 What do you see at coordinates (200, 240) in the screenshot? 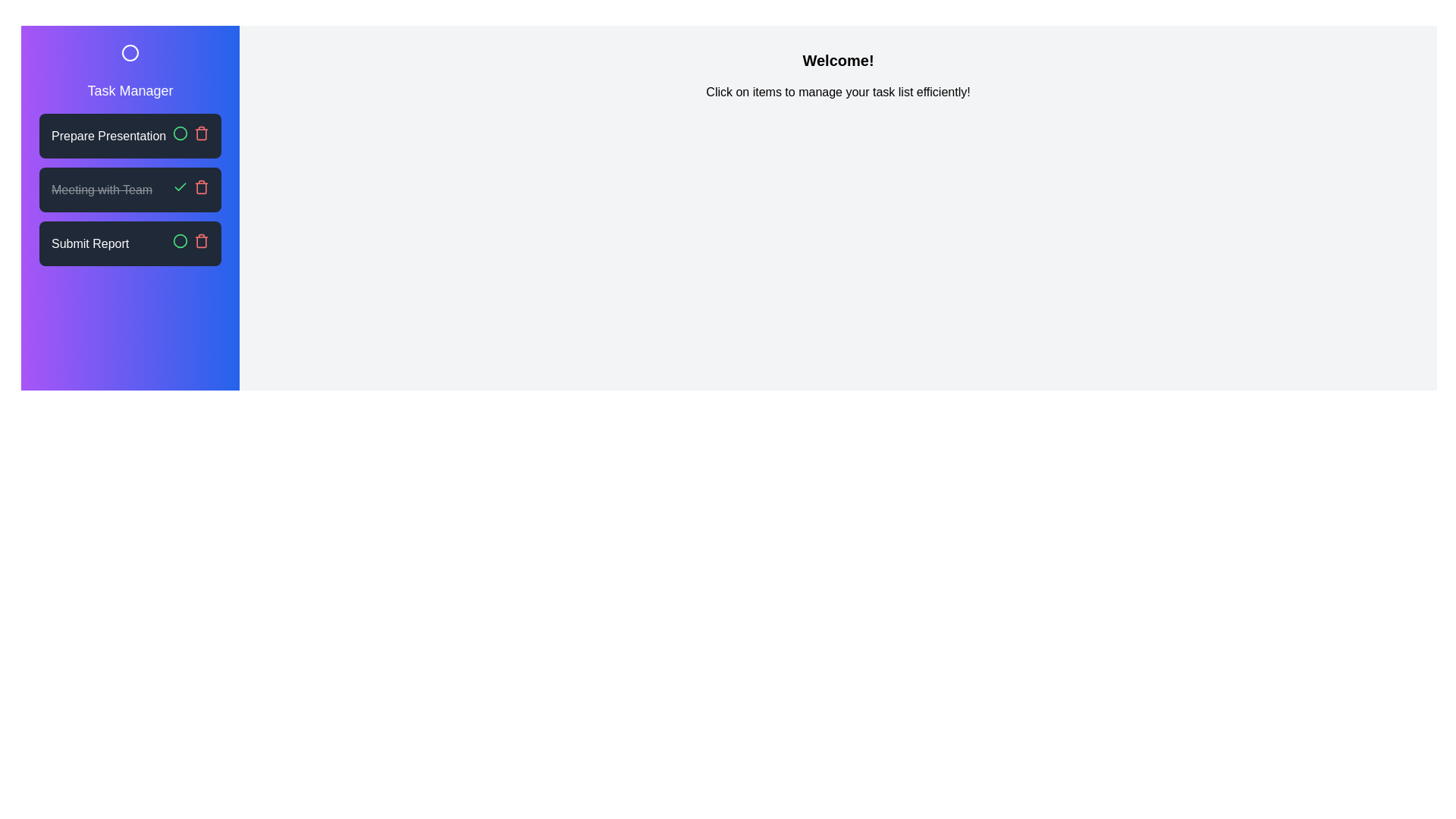
I see `the delete button for the task Submit Report` at bounding box center [200, 240].